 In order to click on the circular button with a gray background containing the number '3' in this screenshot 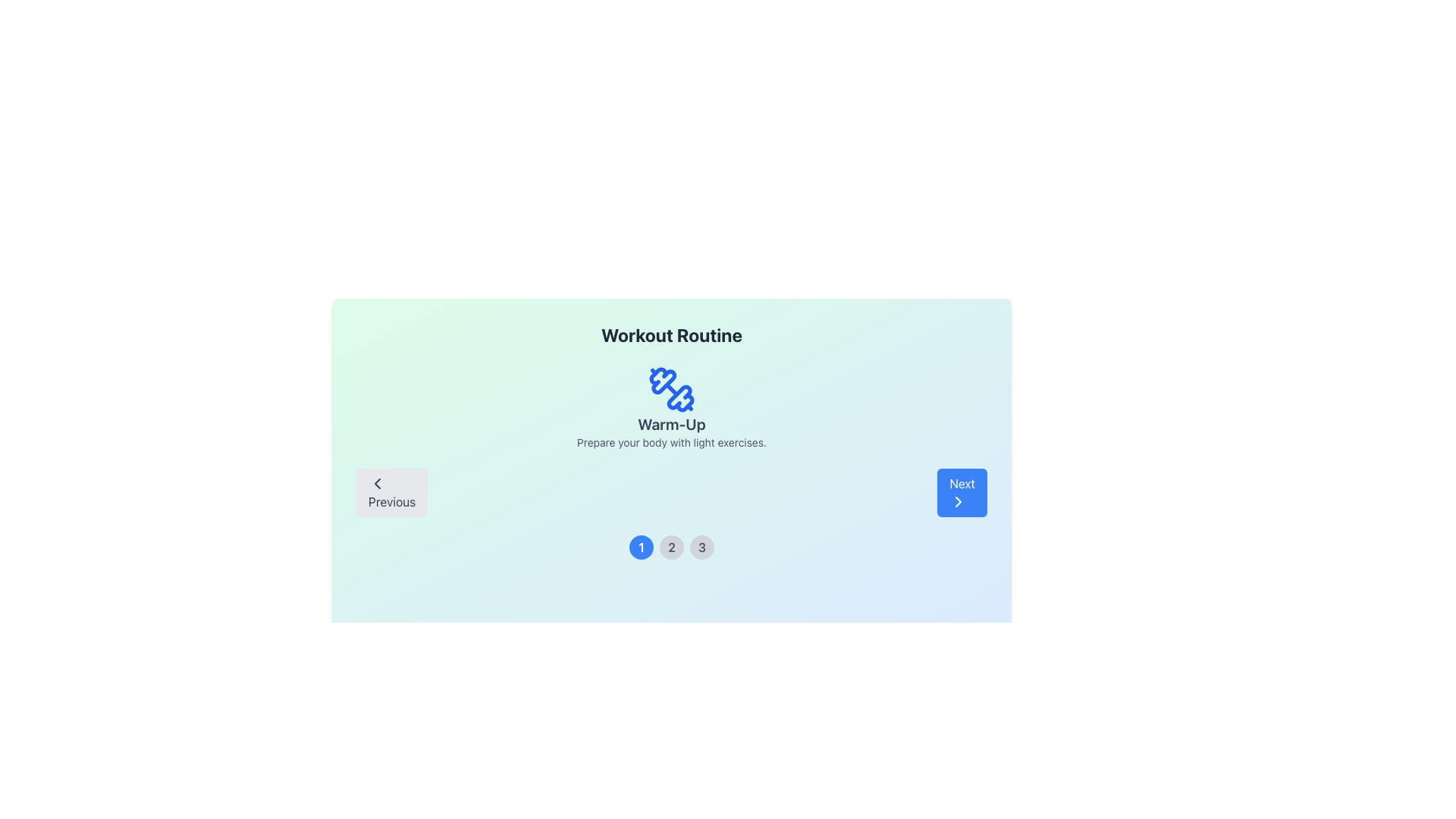, I will do `click(701, 547)`.